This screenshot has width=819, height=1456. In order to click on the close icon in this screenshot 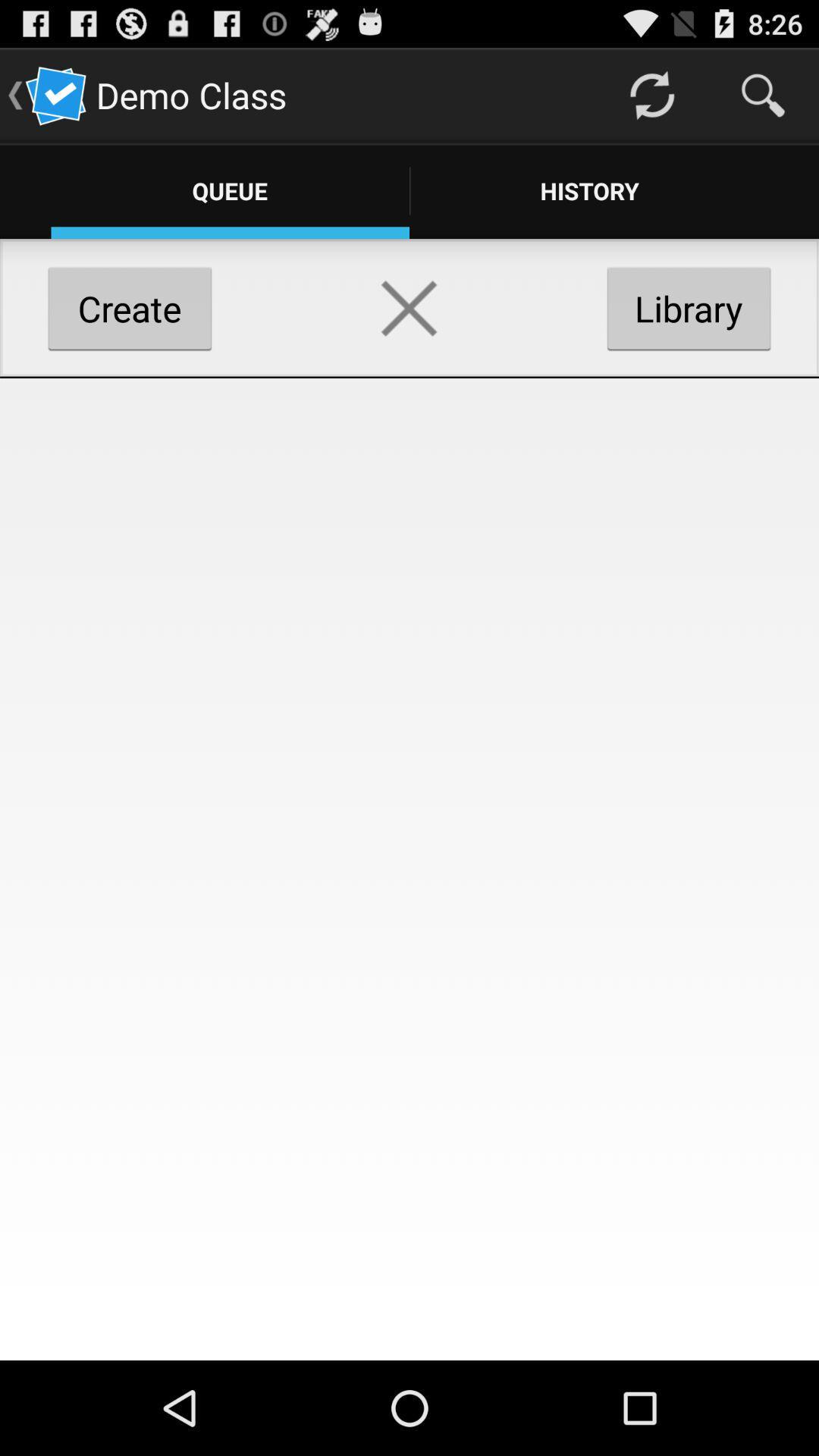, I will do `click(408, 329)`.